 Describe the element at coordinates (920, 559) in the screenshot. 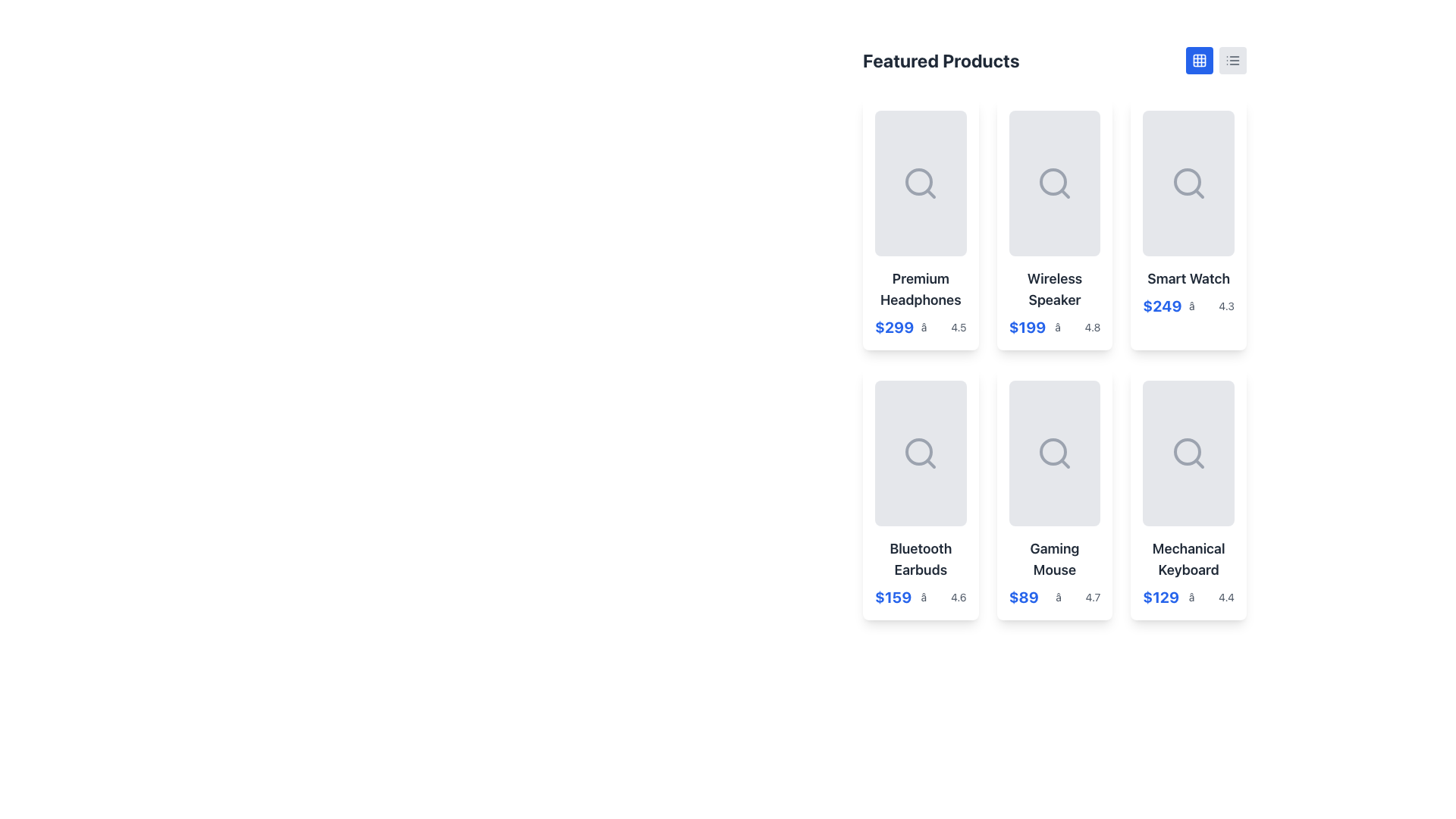

I see `the text label displaying 'Bluetooth Earbuds' which is rendered in a bold, large font style within a white card component in the second row and first column of a grid layout` at that location.